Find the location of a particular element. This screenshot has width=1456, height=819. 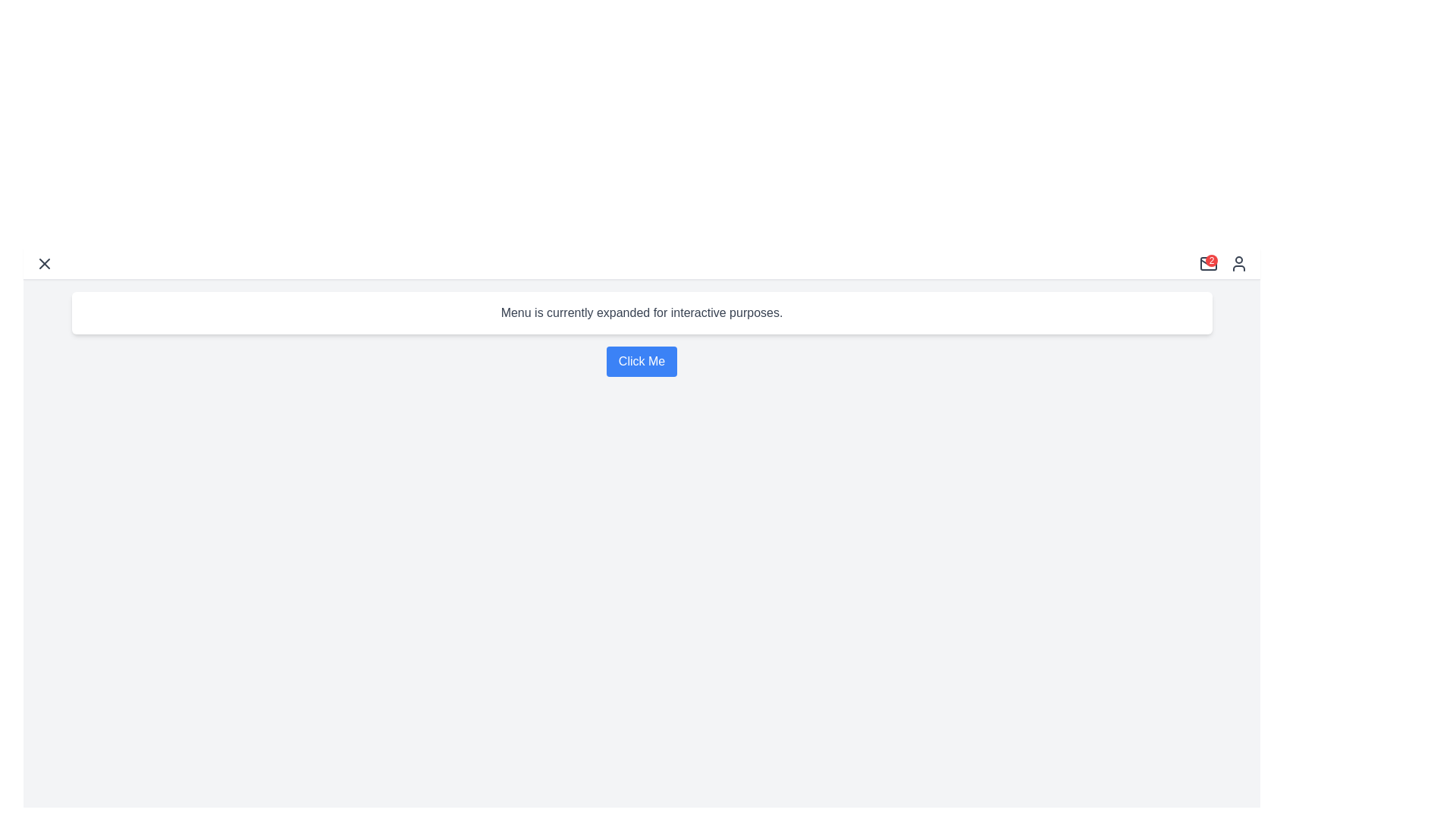

the user profile icon, which is a dark-colored SVG graphic of a generic human figure located at the rightmost end of the top navigation bar is located at coordinates (1238, 262).